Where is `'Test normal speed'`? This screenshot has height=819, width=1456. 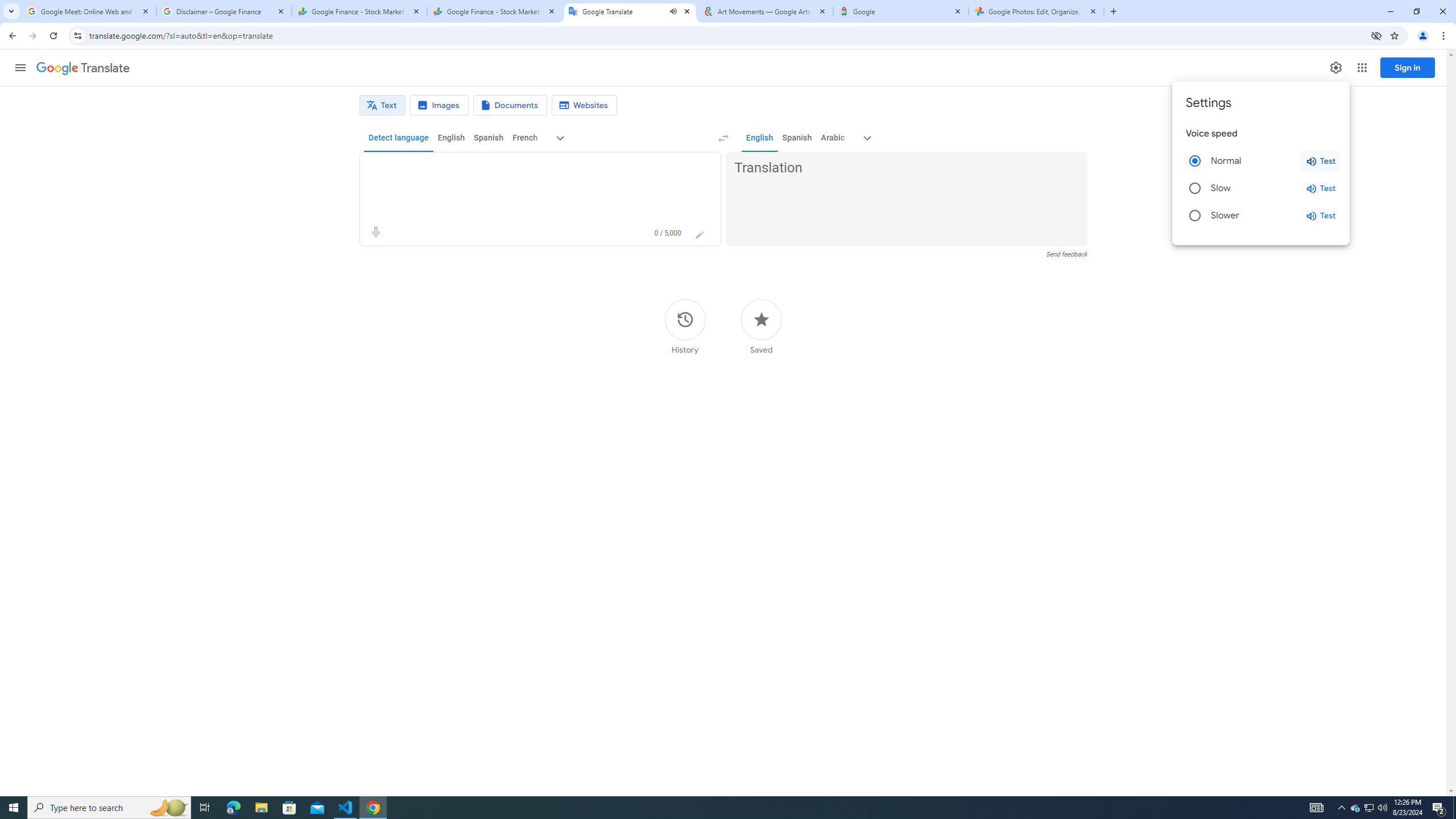
'Test normal speed' is located at coordinates (1319, 160).